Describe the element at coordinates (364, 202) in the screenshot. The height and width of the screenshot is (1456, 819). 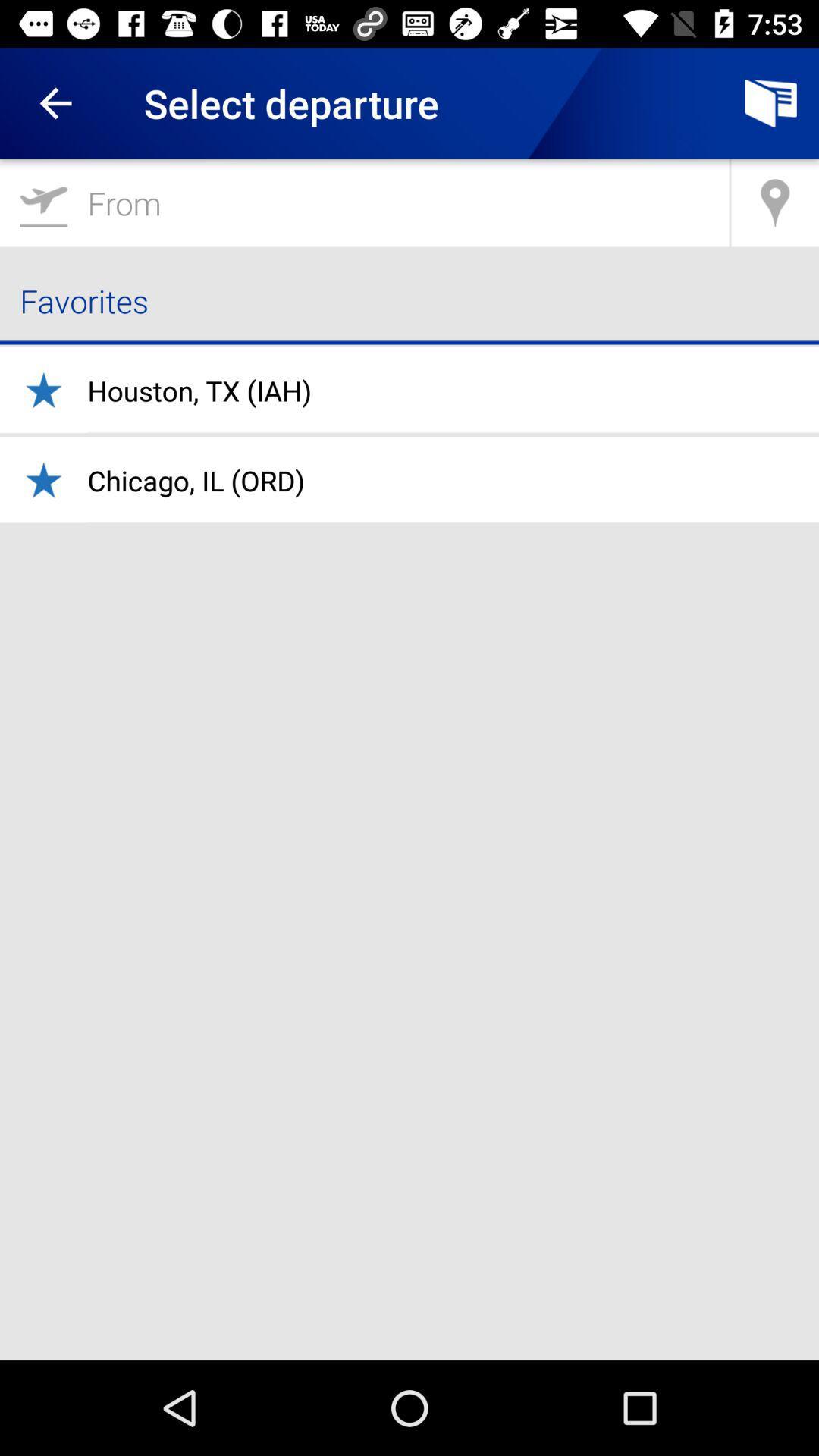
I see `the item above favorites icon` at that location.